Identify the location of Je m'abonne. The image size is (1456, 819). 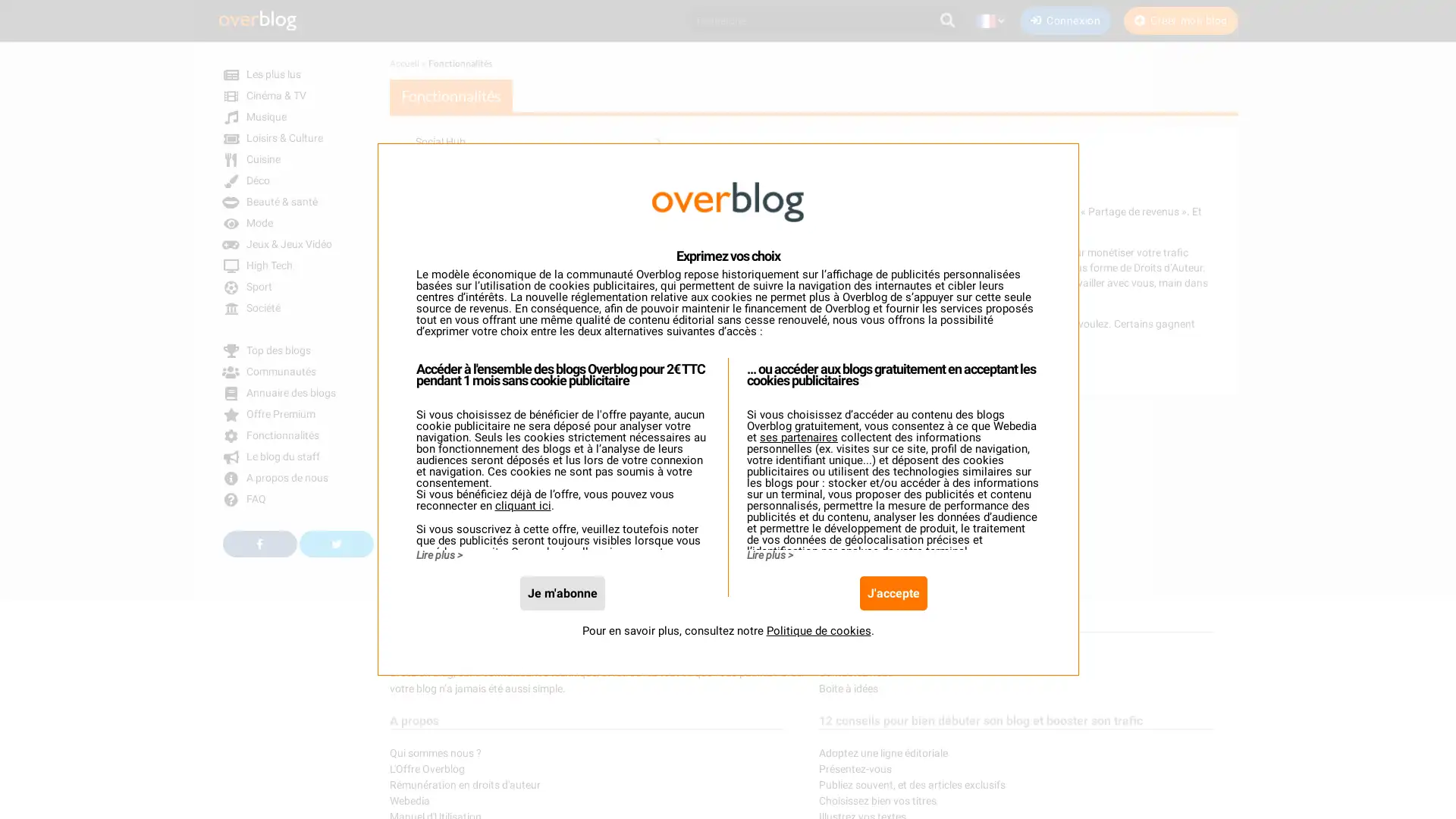
(560, 591).